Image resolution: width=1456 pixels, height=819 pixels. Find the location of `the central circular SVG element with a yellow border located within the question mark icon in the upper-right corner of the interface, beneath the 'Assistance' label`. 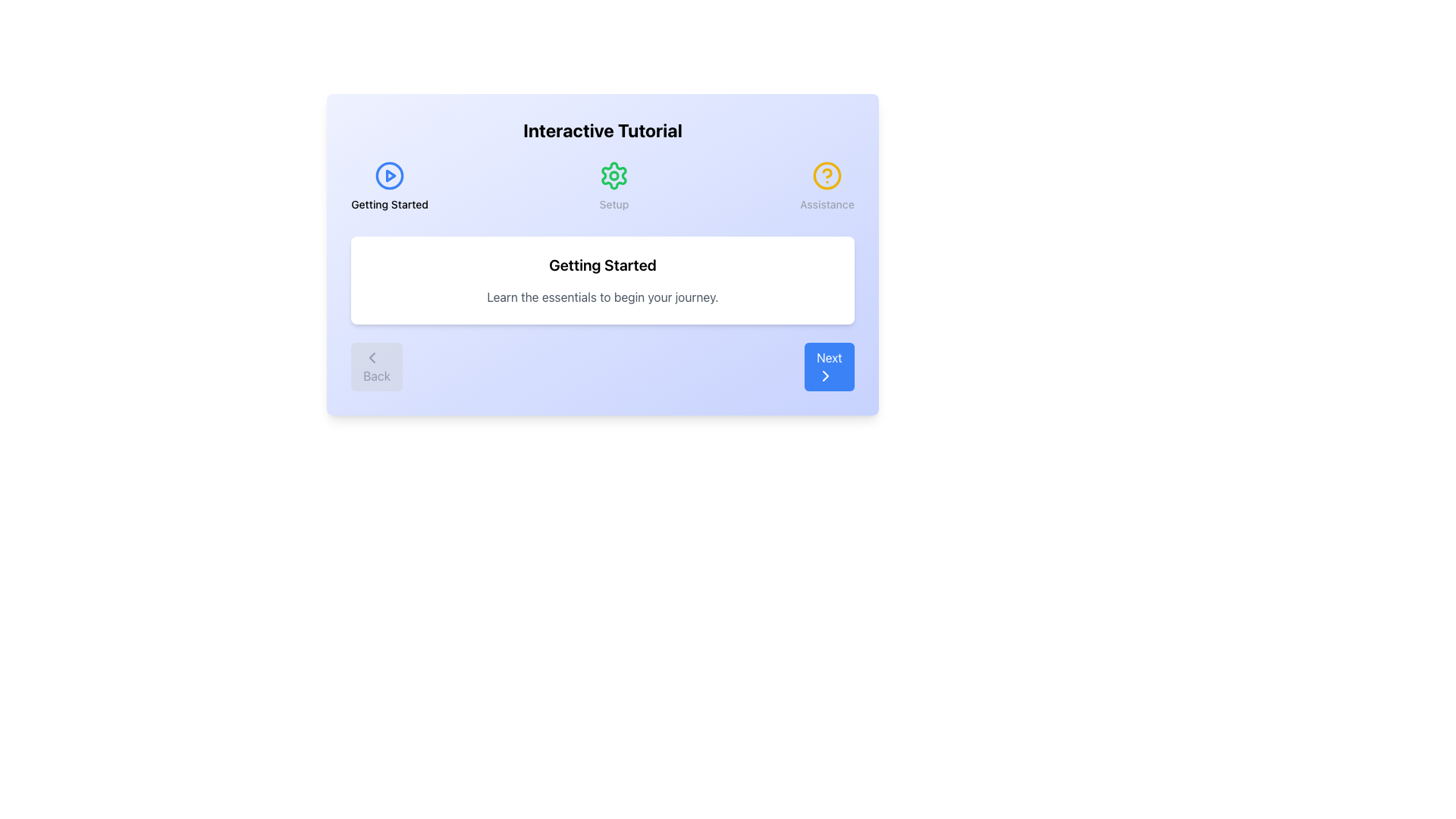

the central circular SVG element with a yellow border located within the question mark icon in the upper-right corner of the interface, beneath the 'Assistance' label is located at coordinates (826, 174).